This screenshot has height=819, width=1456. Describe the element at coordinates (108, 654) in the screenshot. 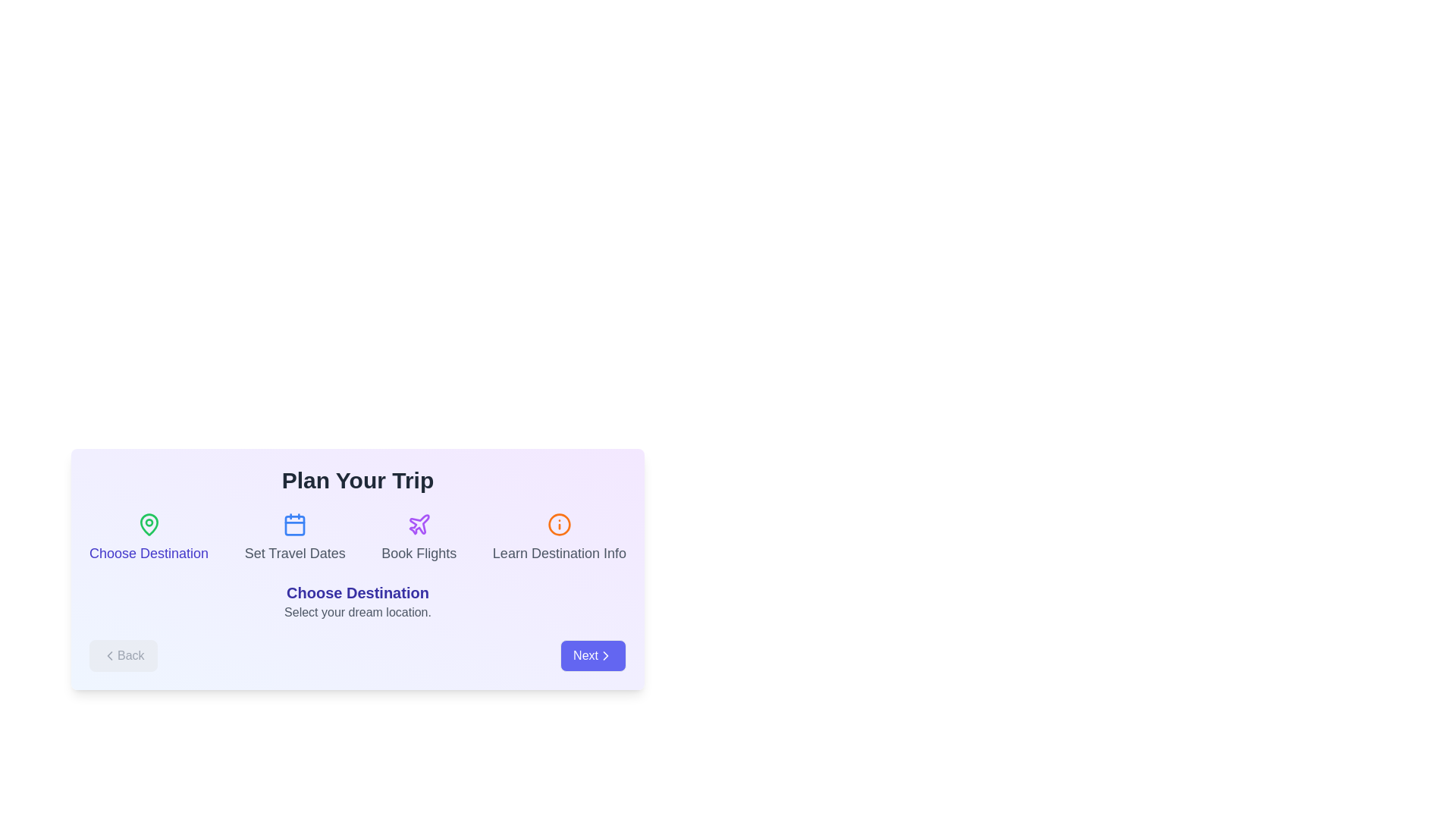

I see `the left-pointing chevron icon labeled 'Back' located in the lower-left corner of the interface` at that location.